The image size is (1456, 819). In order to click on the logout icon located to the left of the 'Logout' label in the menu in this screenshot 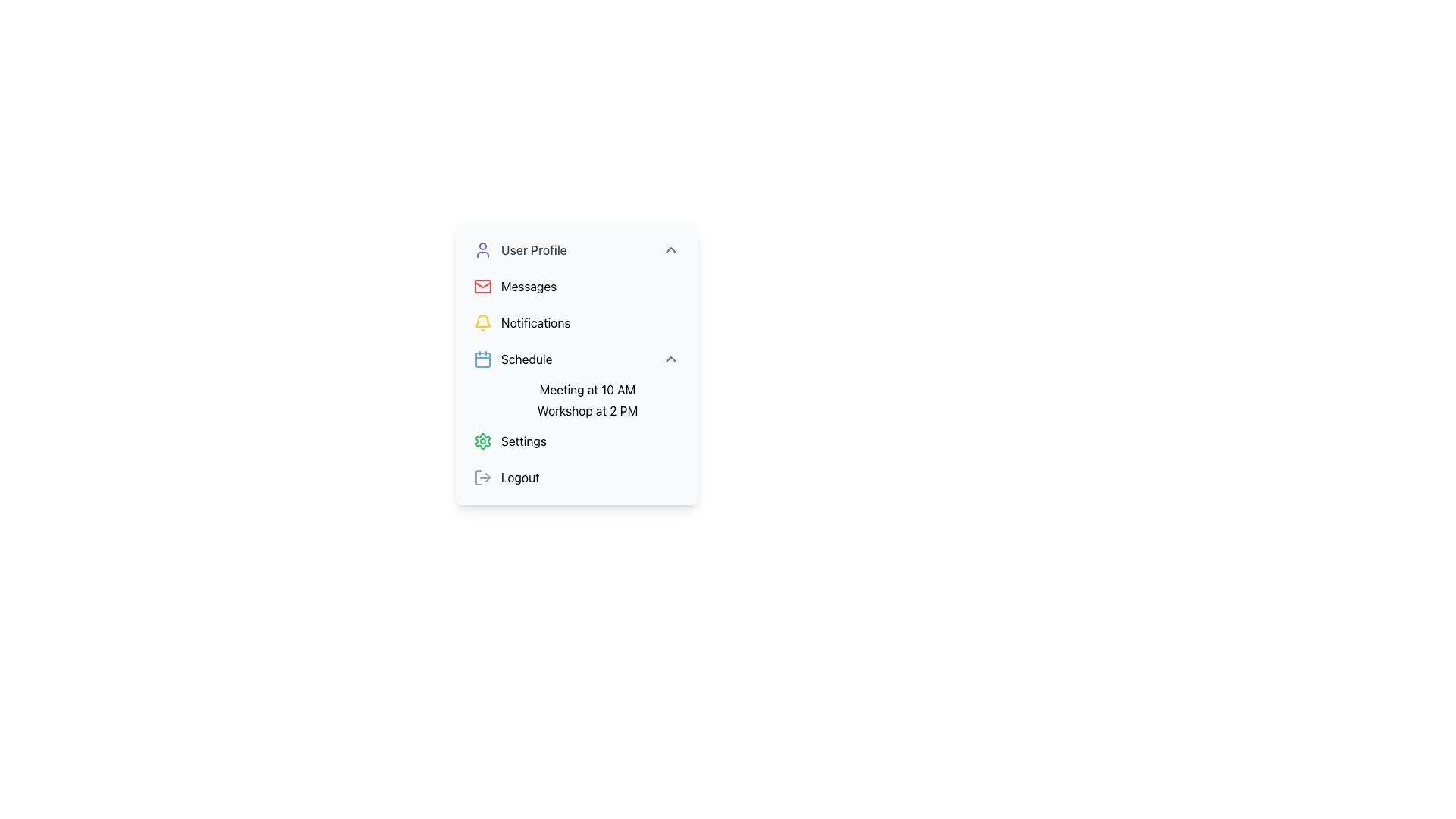, I will do `click(482, 476)`.